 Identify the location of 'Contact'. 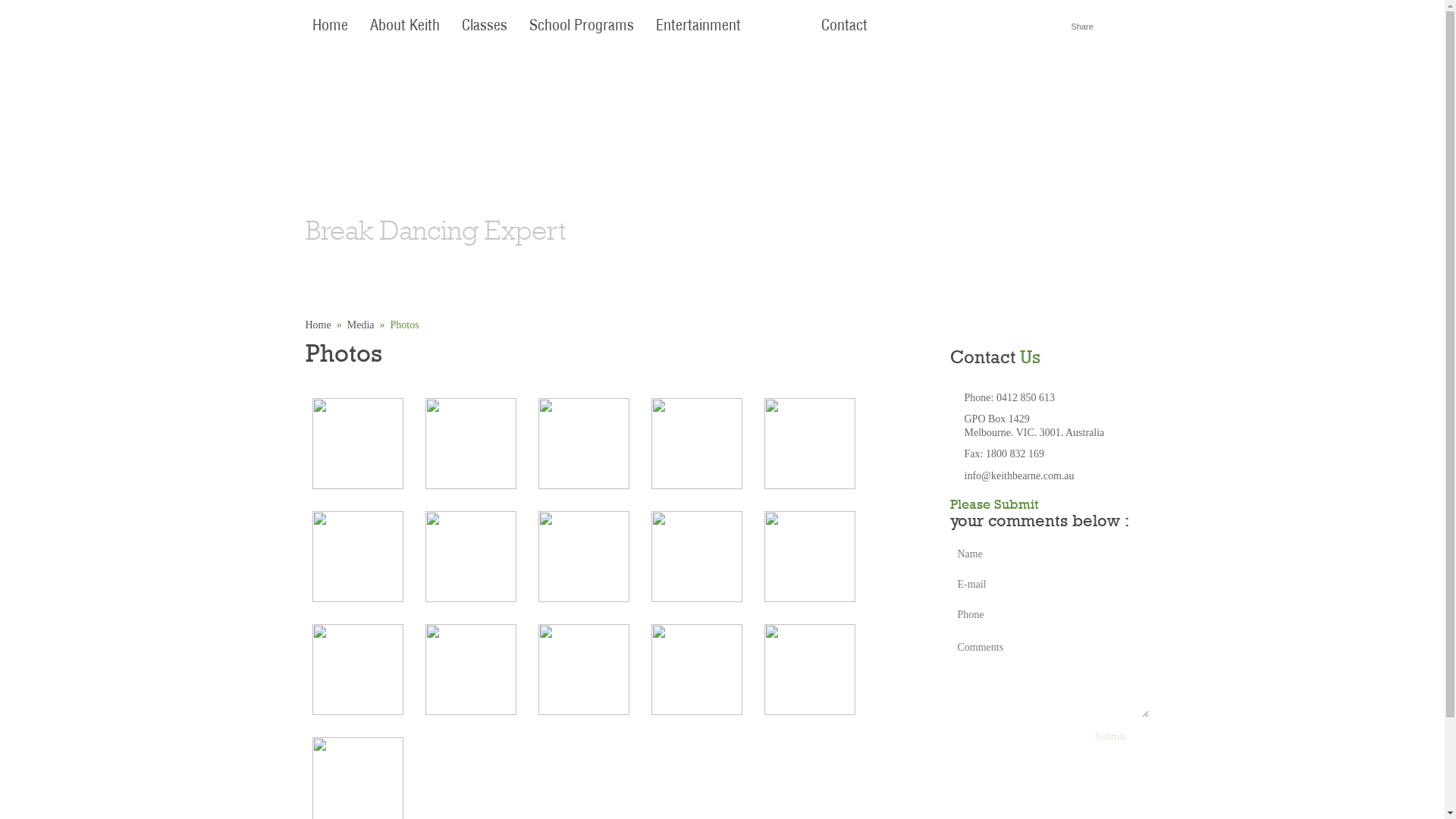
(843, 26).